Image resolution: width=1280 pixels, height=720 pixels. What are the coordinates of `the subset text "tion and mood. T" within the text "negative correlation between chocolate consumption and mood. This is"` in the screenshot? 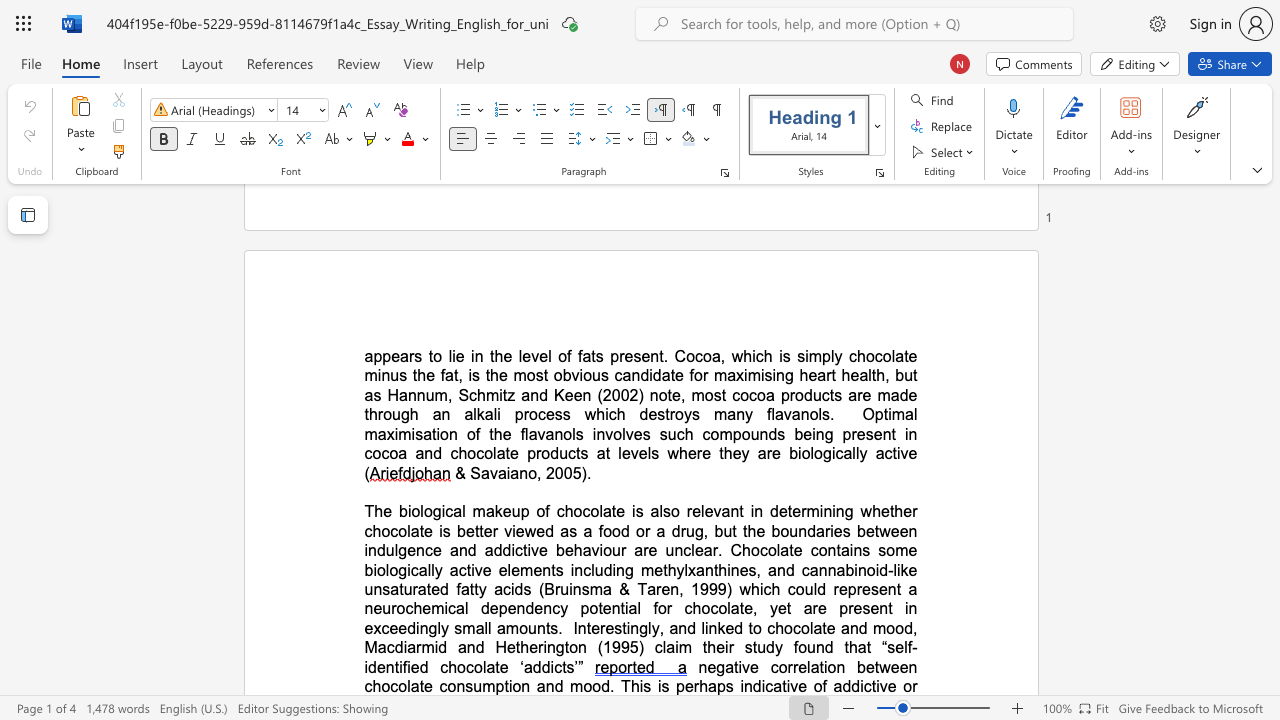 It's located at (504, 685).